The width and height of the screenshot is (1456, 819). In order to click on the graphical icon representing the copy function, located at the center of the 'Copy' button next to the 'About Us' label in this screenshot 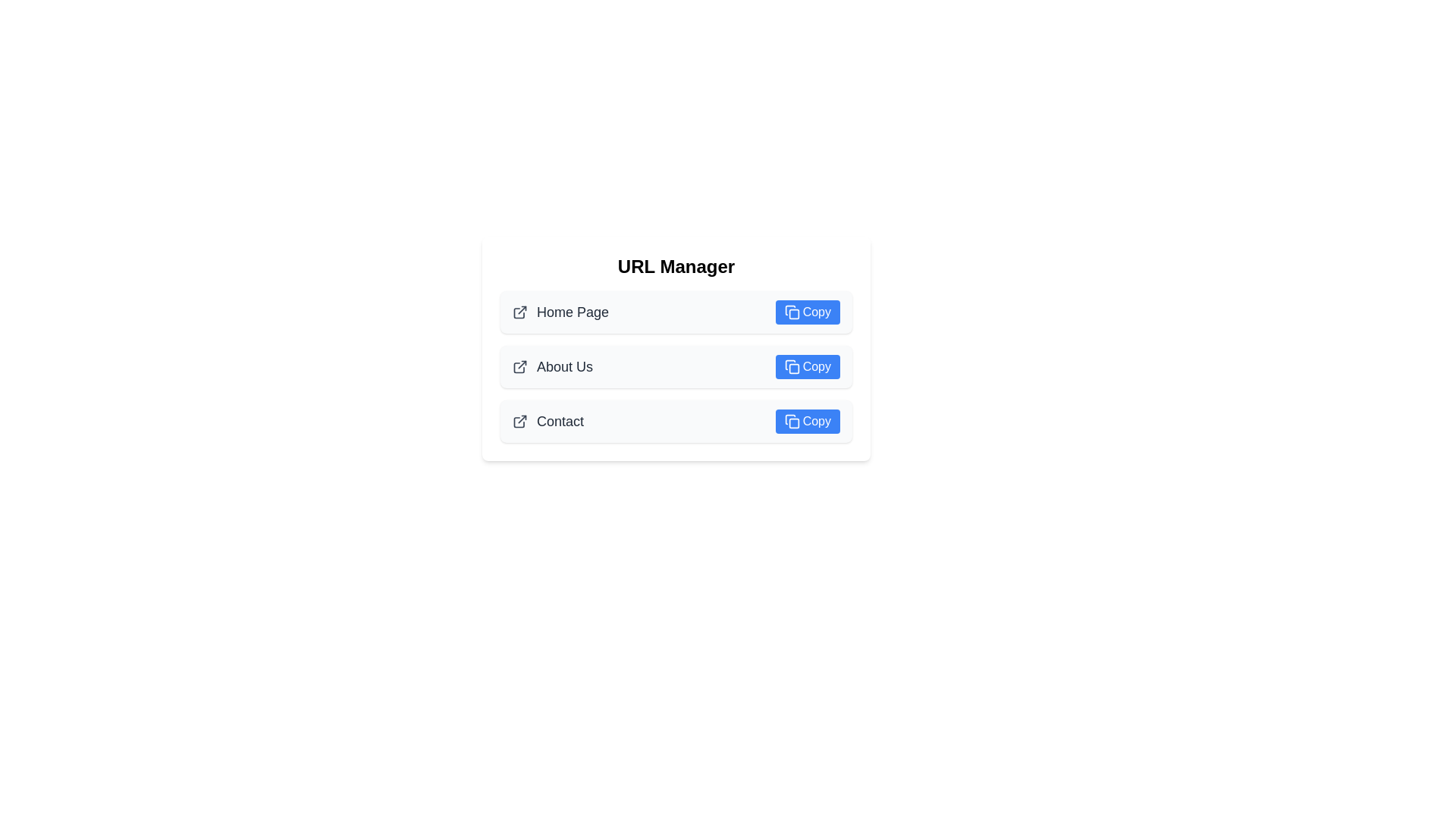, I will do `click(793, 369)`.